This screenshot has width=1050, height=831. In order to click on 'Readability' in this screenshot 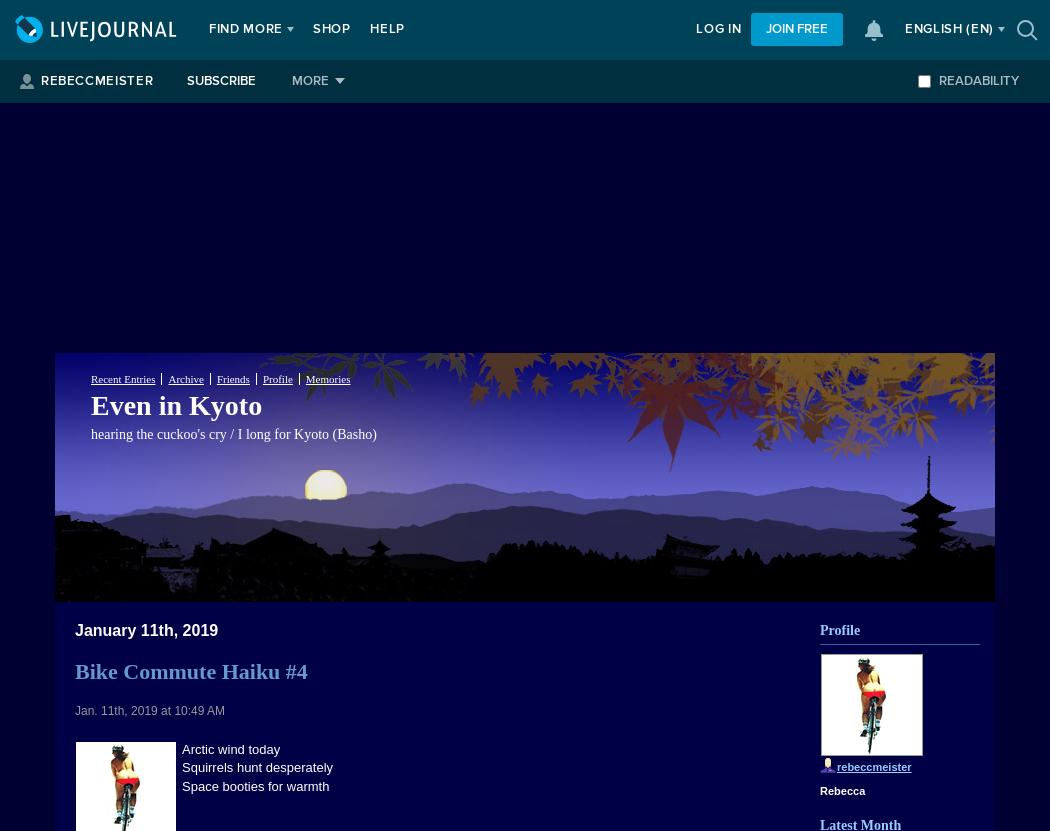, I will do `click(979, 80)`.